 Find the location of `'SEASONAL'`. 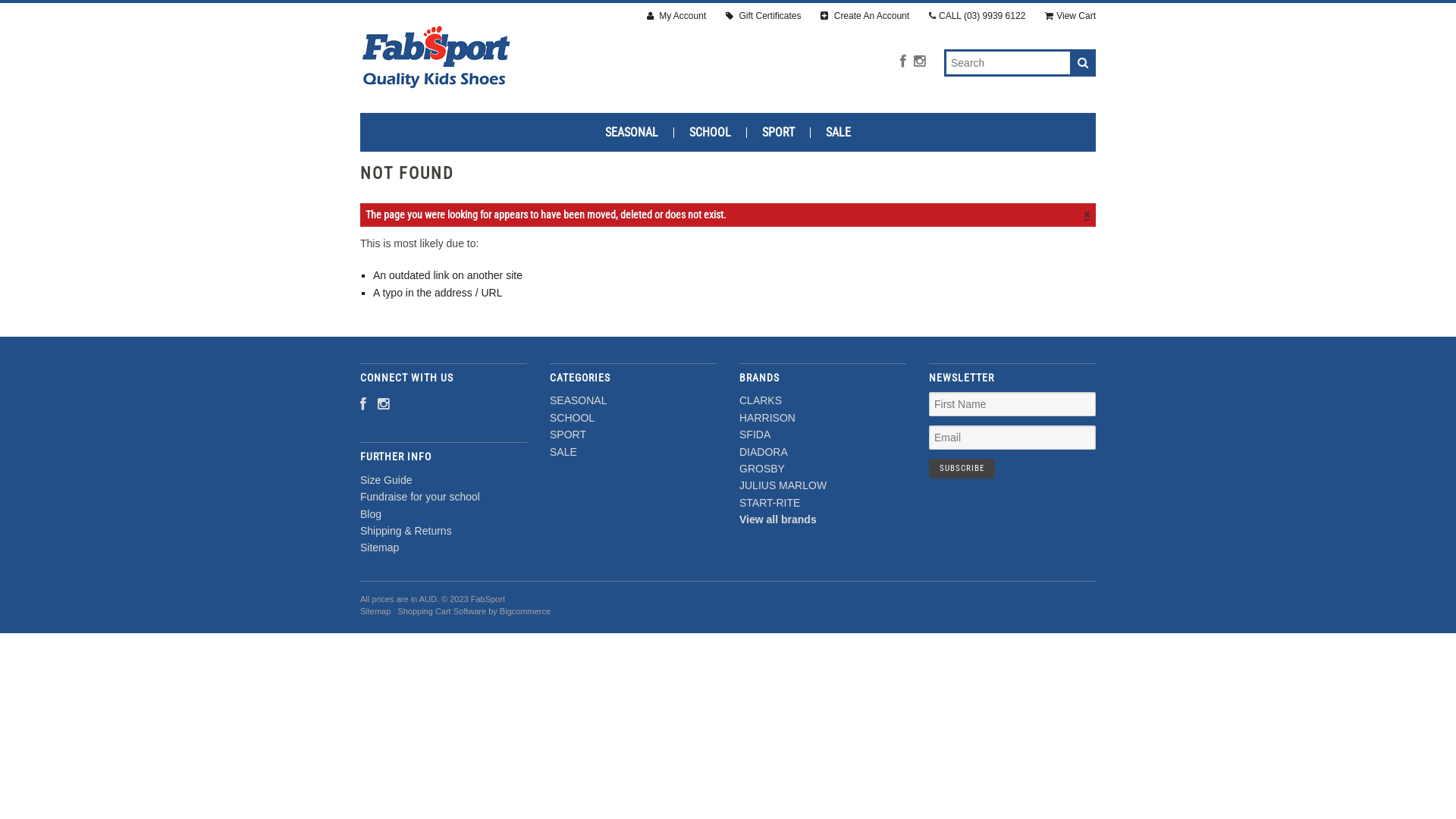

'SEASONAL' is located at coordinates (577, 400).